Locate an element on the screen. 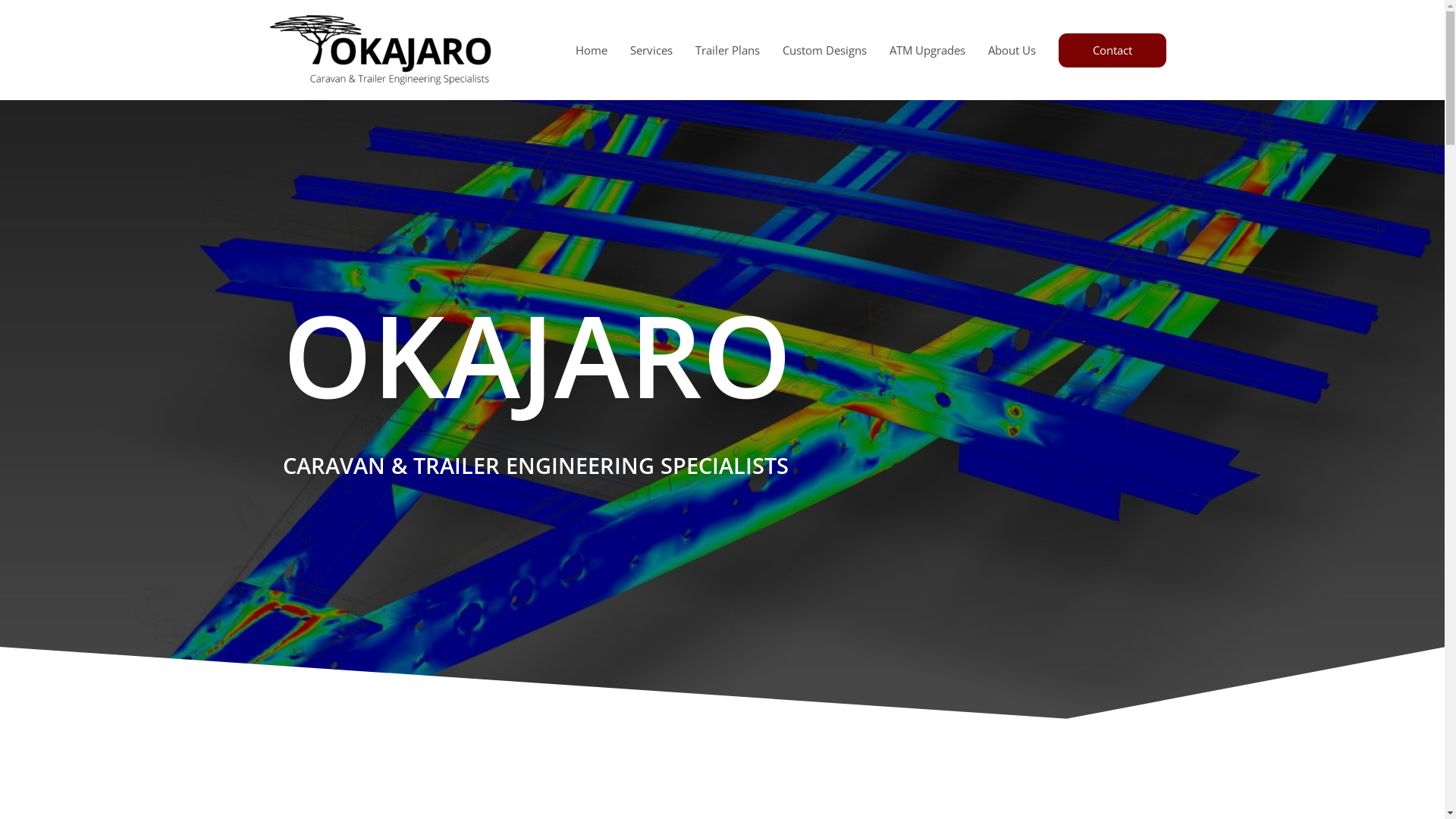  'Trailer Plans' is located at coordinates (683, 49).